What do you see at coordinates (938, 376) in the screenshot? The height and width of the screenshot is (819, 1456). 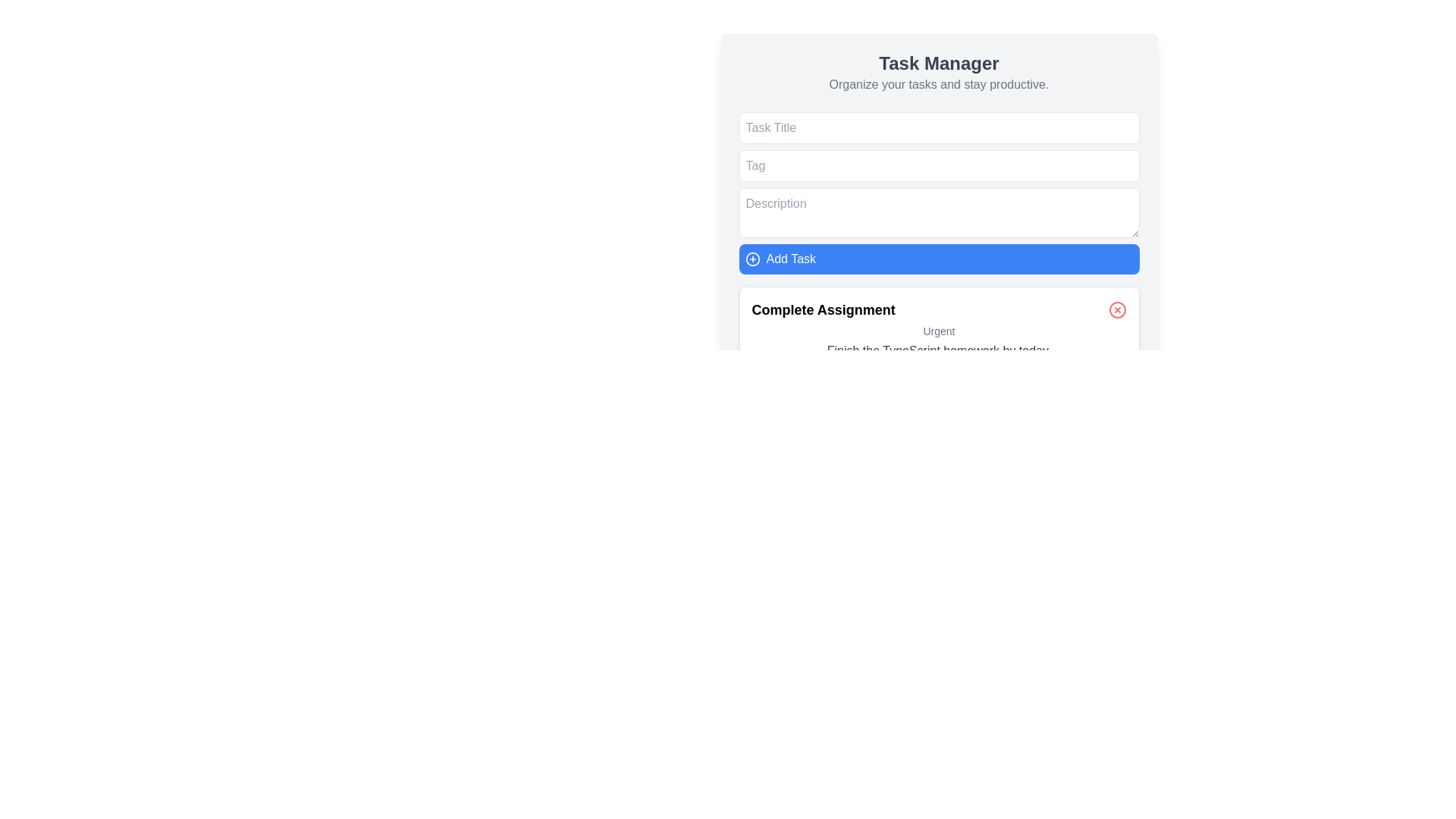 I see `the first task card in the task manager interface, which contains task information including title and priority` at bounding box center [938, 376].